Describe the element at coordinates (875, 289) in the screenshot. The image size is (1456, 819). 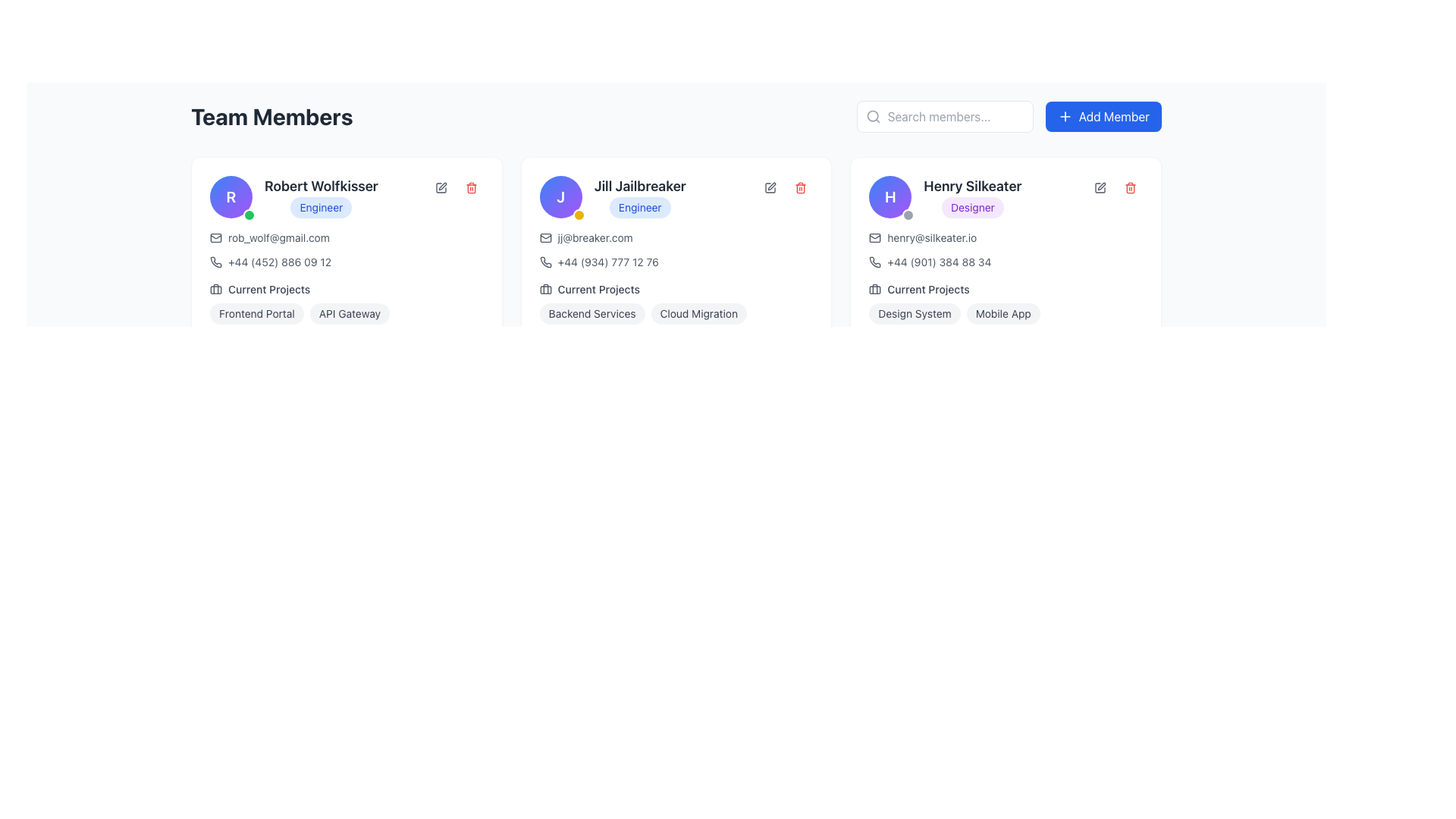
I see `the briefcase icon located next to the 'Current Projects' label in the user profile card` at that location.